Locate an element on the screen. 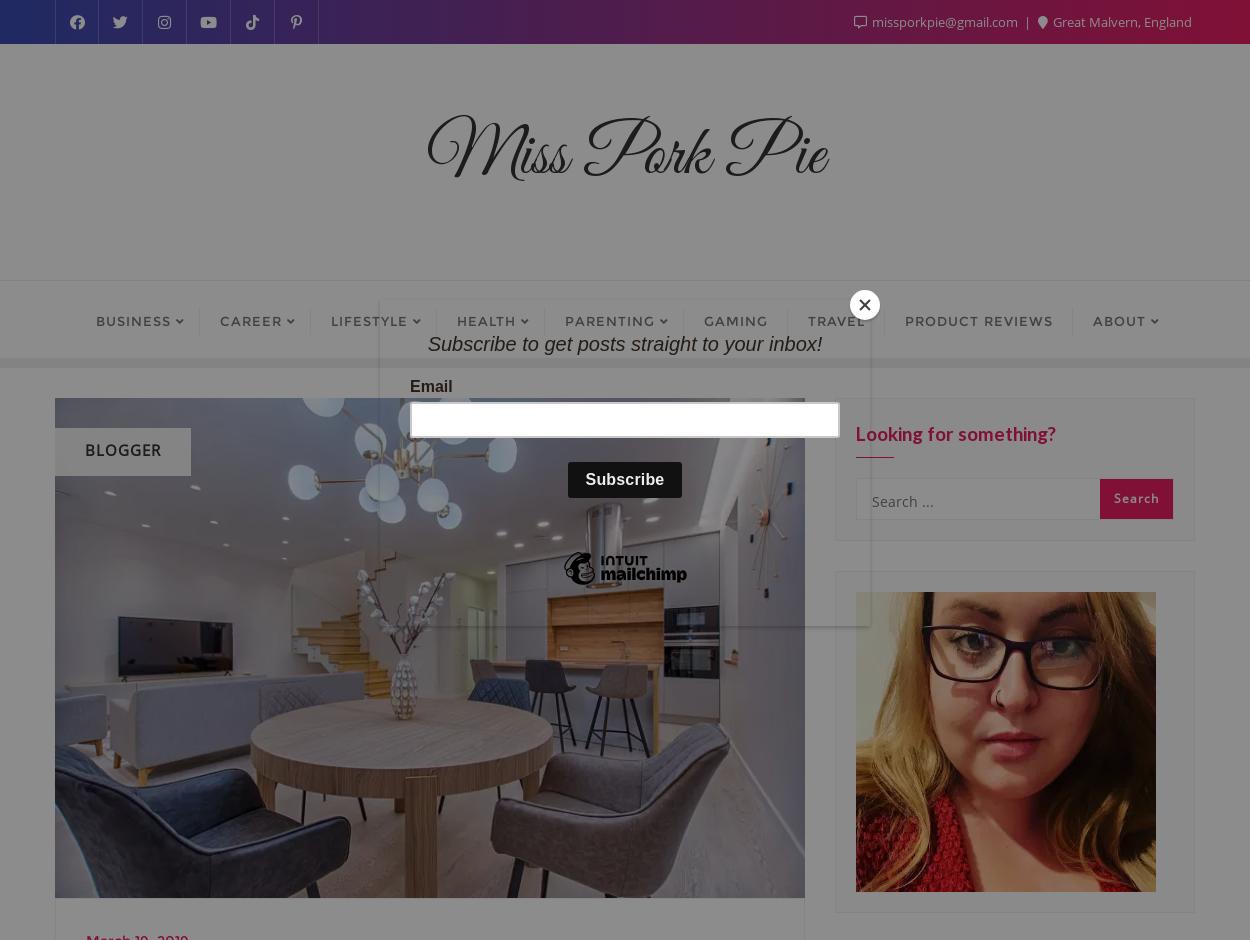  'Miss Pork Pie' is located at coordinates (623, 155).